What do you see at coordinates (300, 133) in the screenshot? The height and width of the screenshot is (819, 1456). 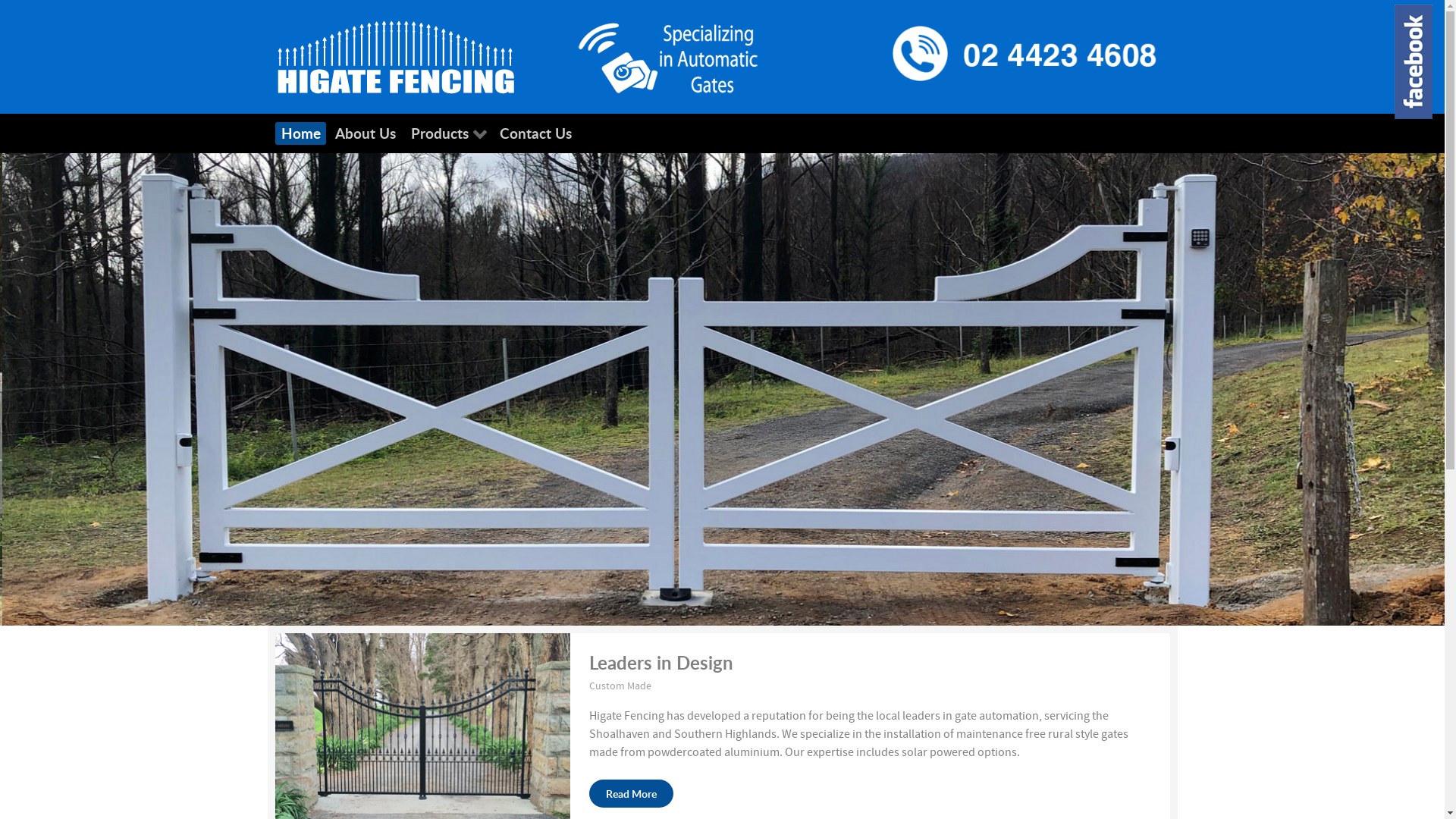 I see `'Home'` at bounding box center [300, 133].